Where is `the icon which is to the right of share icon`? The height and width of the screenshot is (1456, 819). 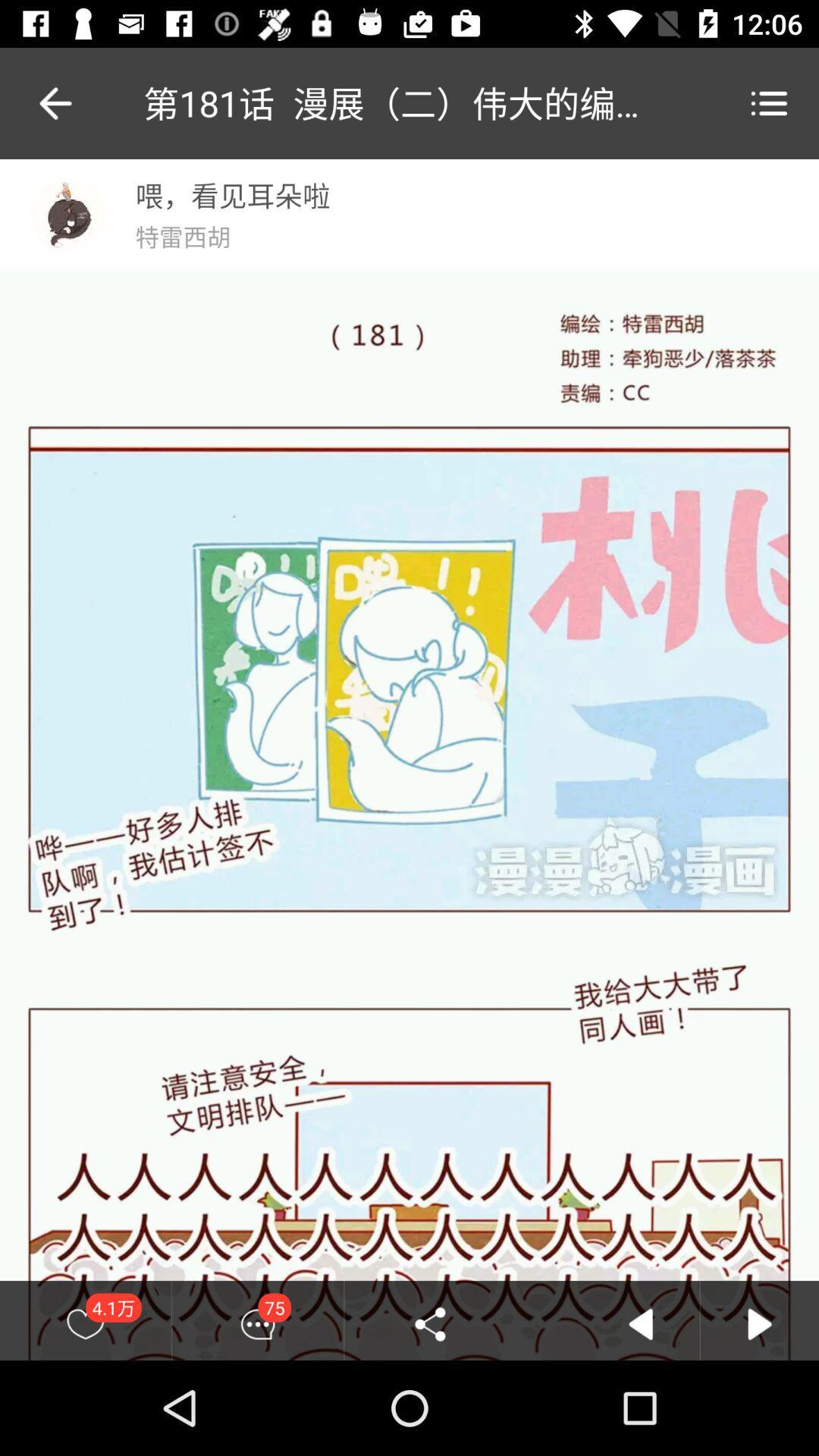
the icon which is to the right of share icon is located at coordinates (640, 1323).